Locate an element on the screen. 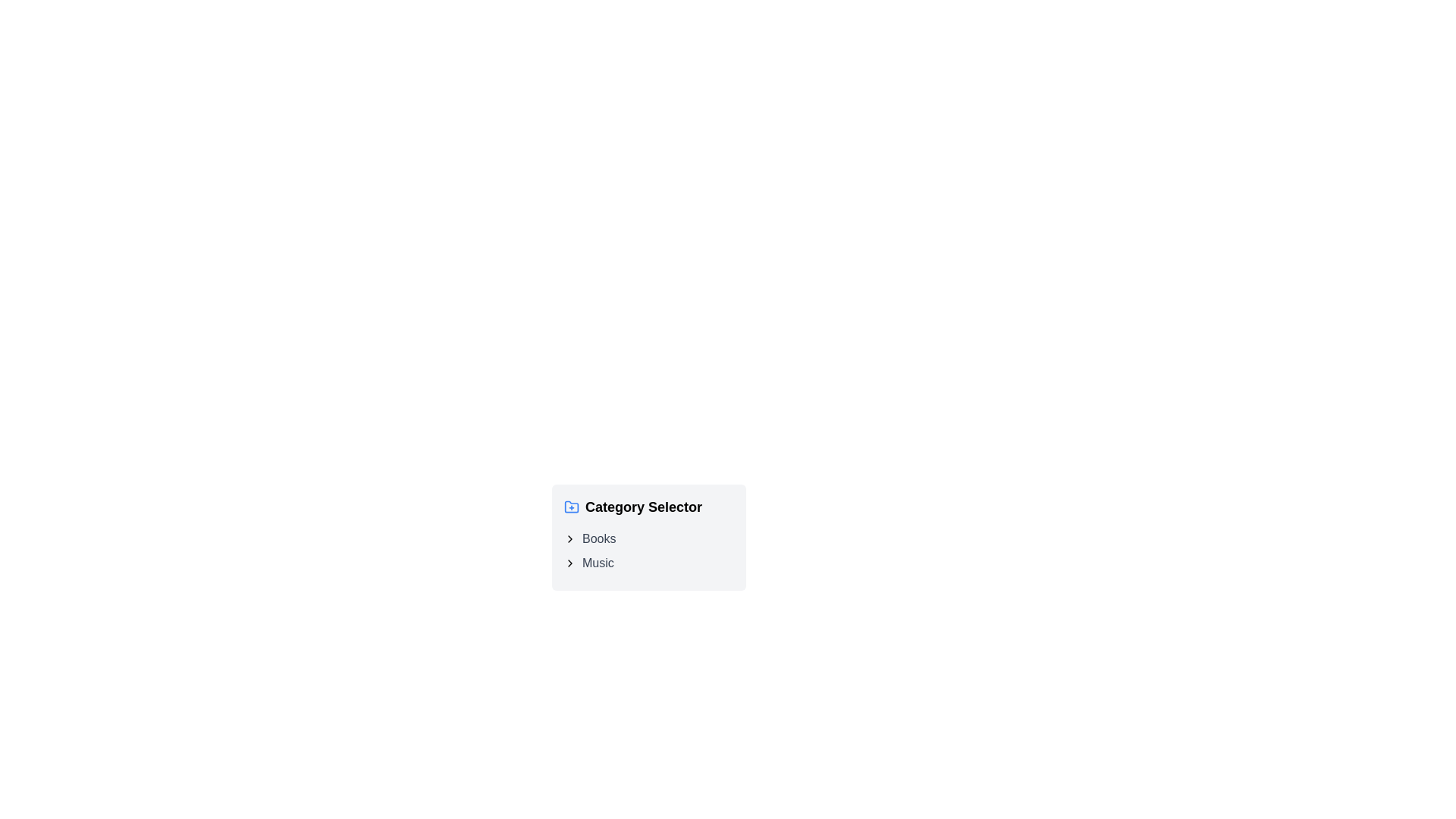 This screenshot has height=819, width=1456. the 'Category Selector' label, which is a bold, black text next to a folder icon with a blue plus sign, located at the top section of a light gray panel is located at coordinates (648, 507).